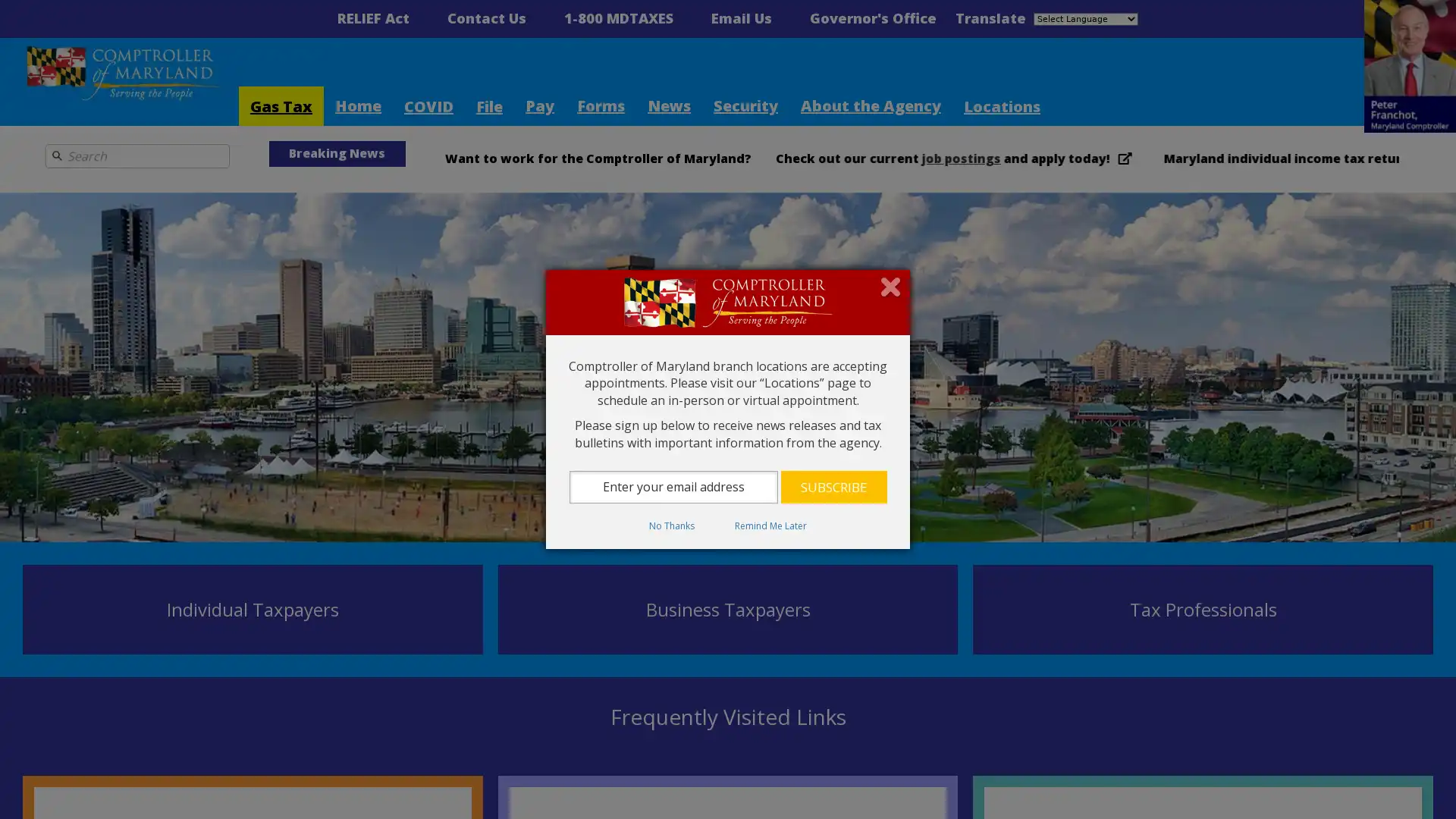 This screenshot has height=819, width=1456. What do you see at coordinates (671, 526) in the screenshot?
I see `No Thanks` at bounding box center [671, 526].